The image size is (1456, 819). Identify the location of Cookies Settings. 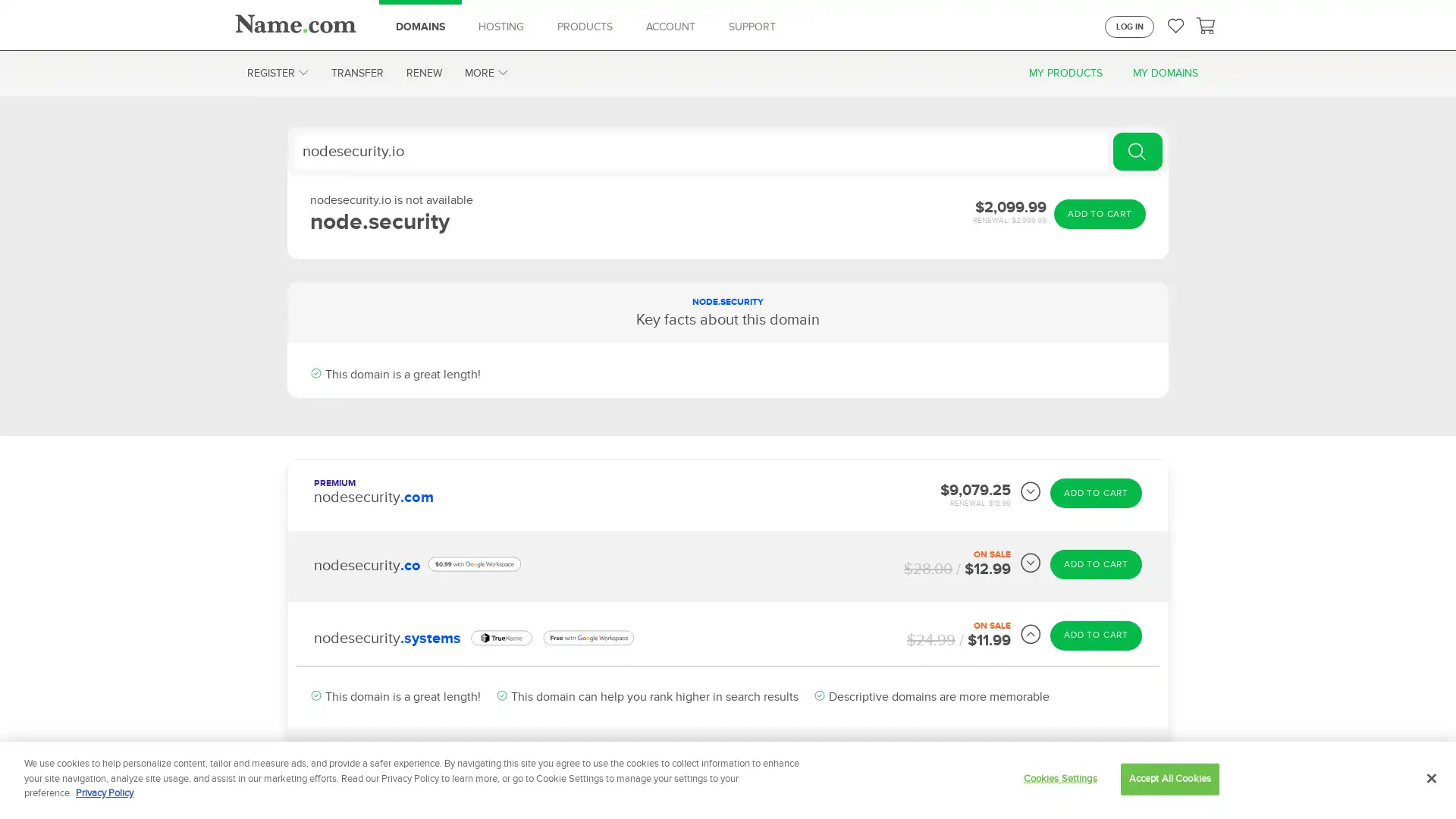
(1059, 778).